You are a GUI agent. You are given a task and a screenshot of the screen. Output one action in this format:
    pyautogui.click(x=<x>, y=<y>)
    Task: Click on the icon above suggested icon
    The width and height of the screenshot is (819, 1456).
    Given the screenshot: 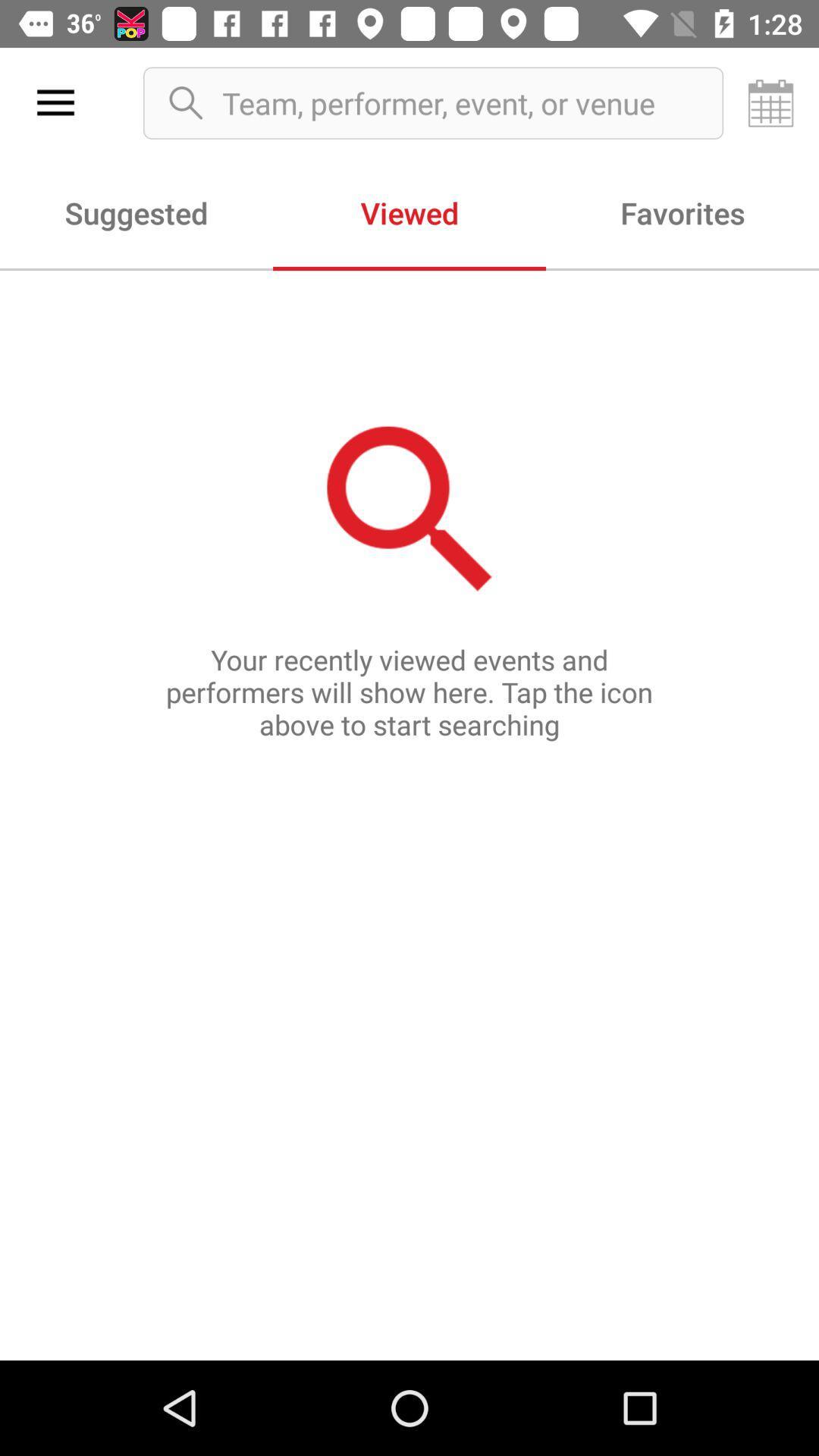 What is the action you would take?
    pyautogui.click(x=55, y=102)
    